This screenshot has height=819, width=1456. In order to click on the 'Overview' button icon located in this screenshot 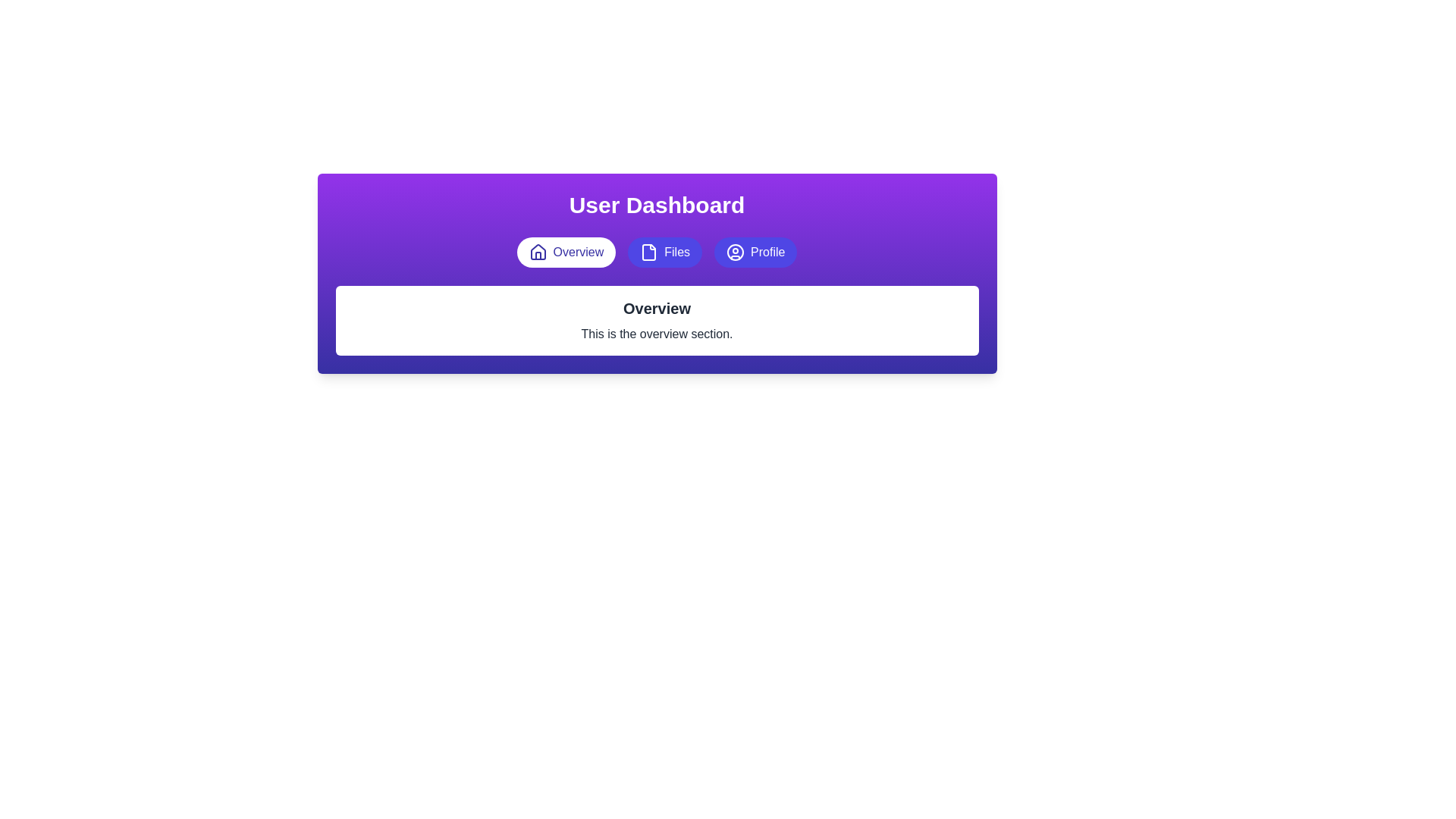, I will do `click(538, 251)`.